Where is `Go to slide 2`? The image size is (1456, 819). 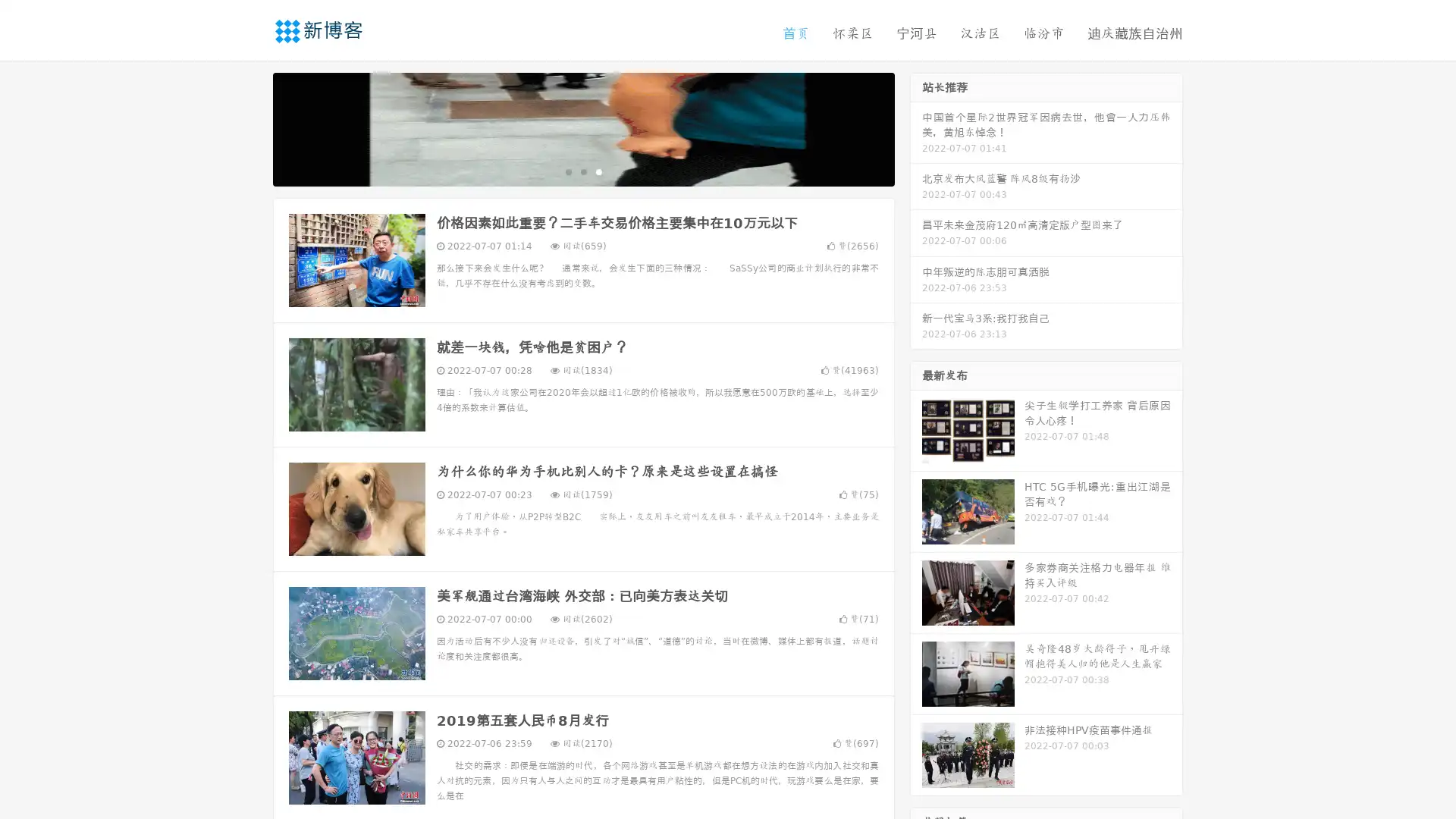
Go to slide 2 is located at coordinates (582, 171).